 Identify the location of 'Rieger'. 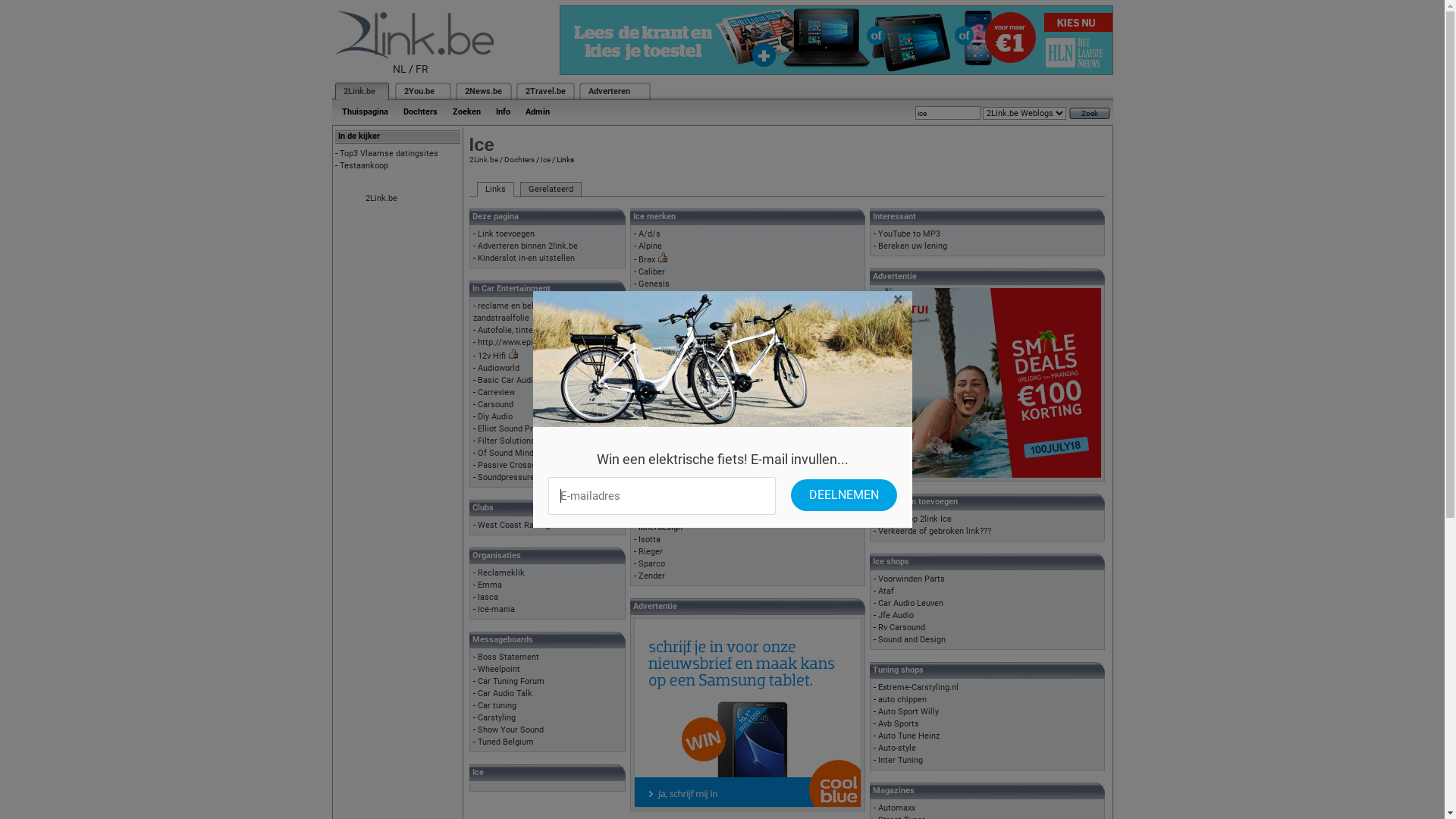
(651, 551).